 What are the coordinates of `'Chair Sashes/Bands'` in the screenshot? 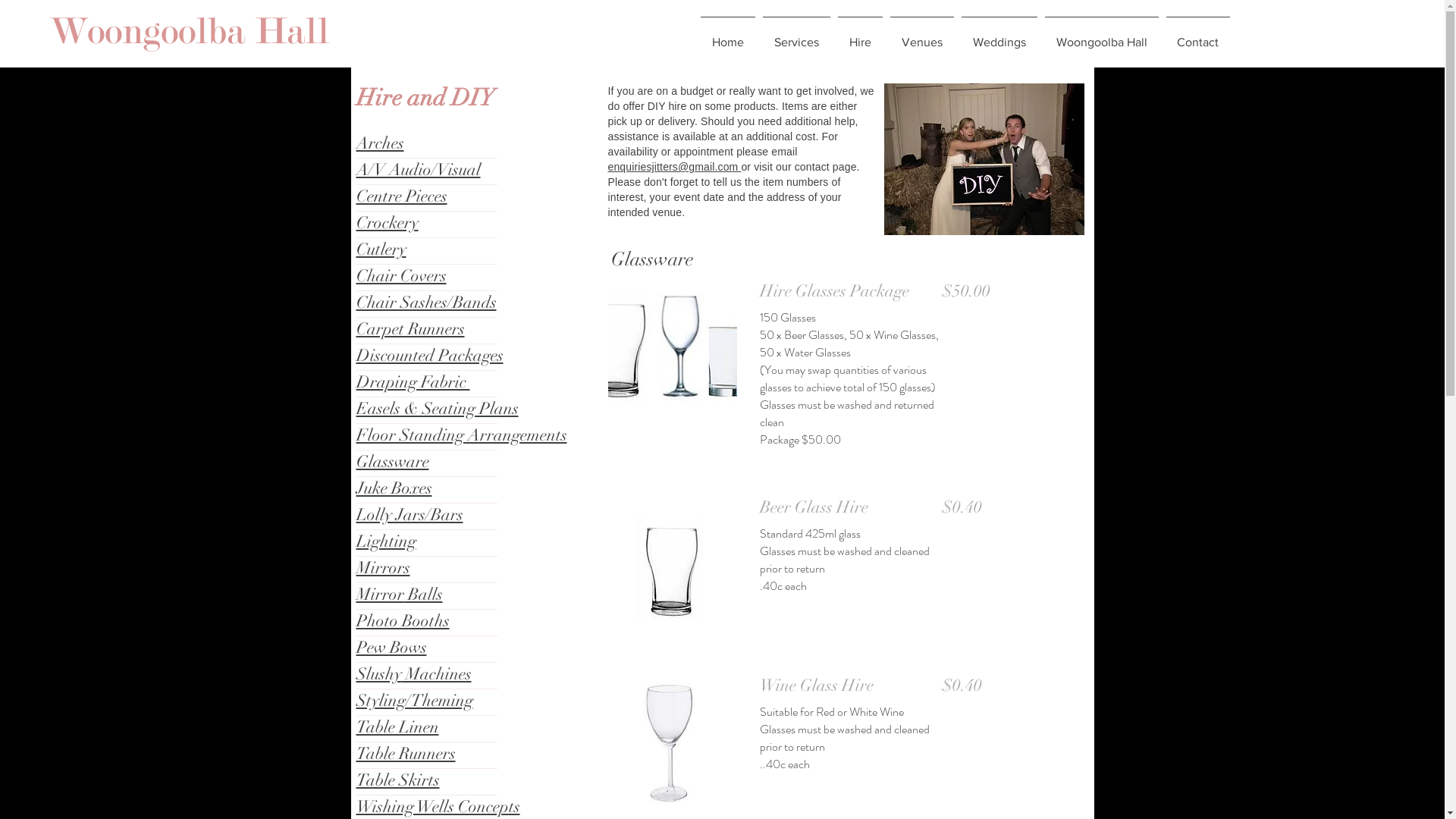 It's located at (425, 302).